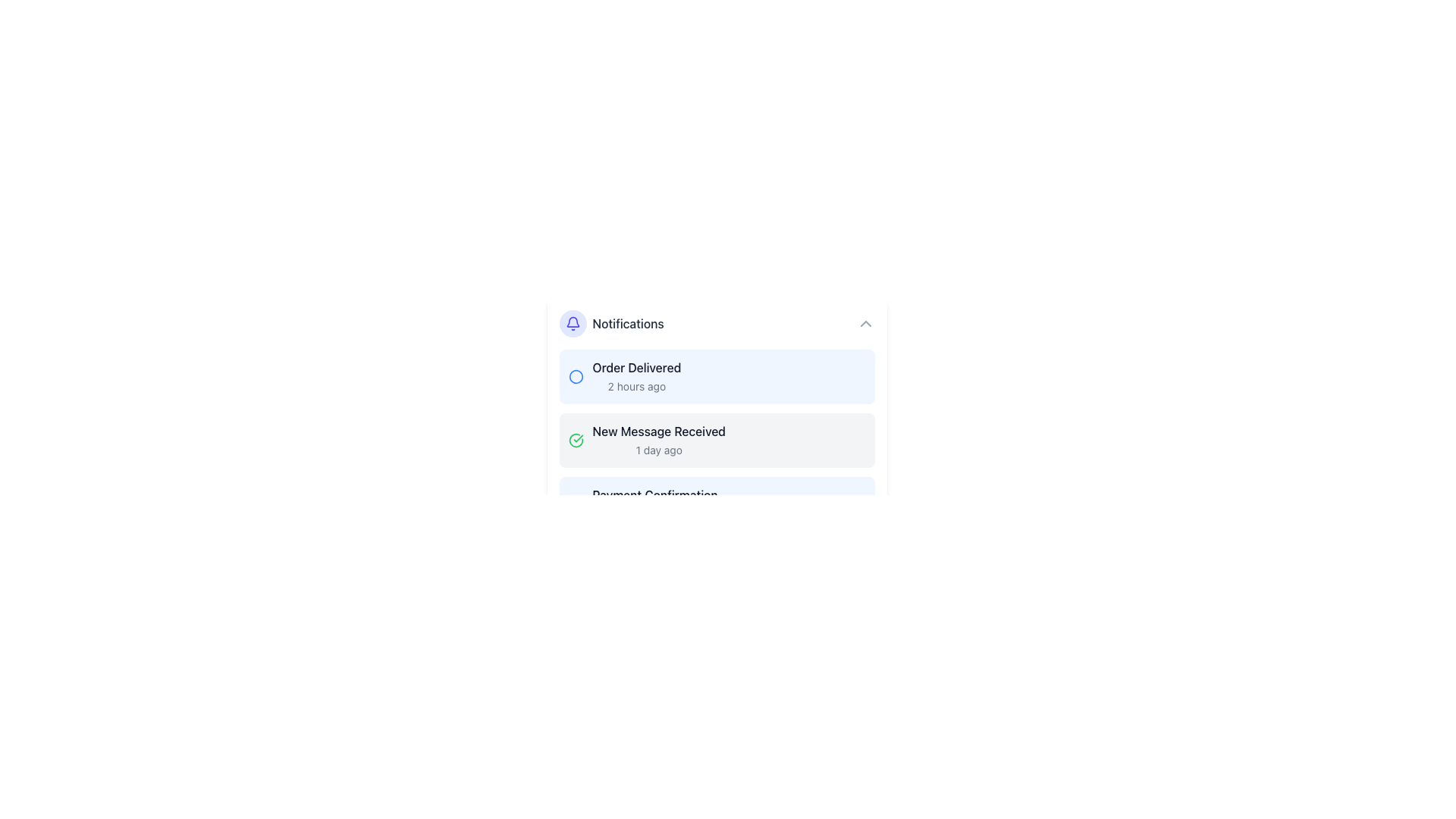 This screenshot has height=819, width=1456. What do you see at coordinates (865, 323) in the screenshot?
I see `the chevron-shaped toggle button located on the far right side of the 'Notifications' horizontal bar` at bounding box center [865, 323].